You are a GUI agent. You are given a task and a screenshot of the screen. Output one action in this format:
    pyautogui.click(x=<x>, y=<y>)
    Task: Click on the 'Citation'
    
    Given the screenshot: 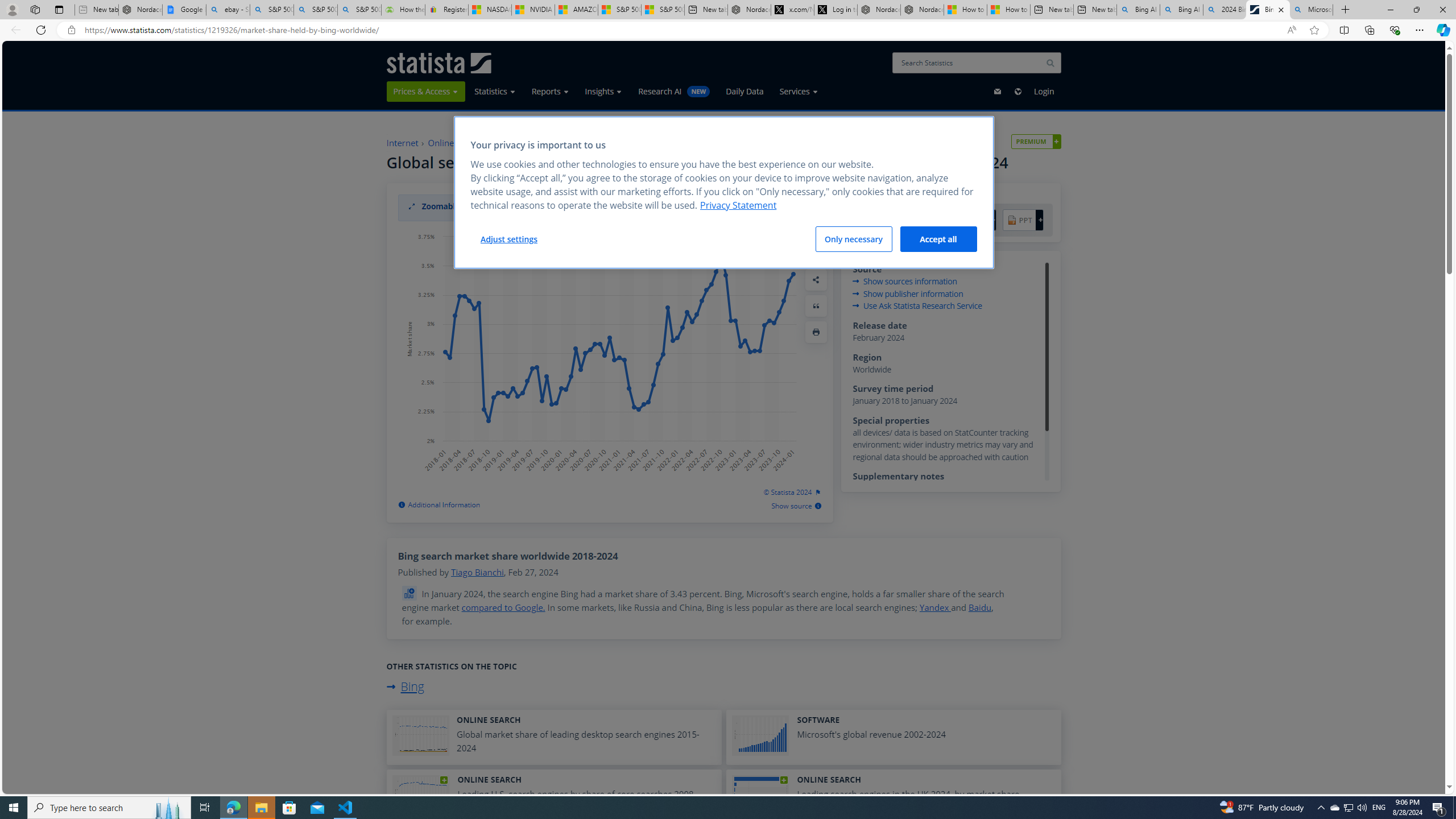 What is the action you would take?
    pyautogui.click(x=816, y=305)
    